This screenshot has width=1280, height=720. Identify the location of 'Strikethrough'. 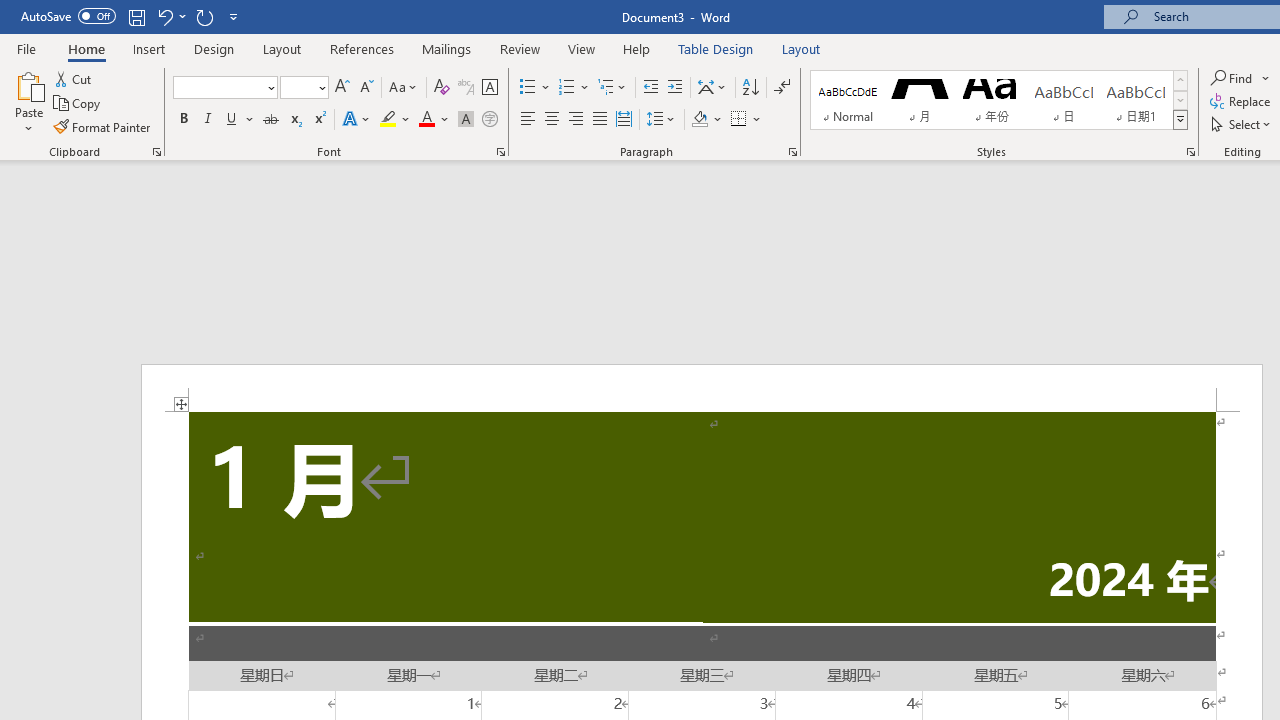
(269, 119).